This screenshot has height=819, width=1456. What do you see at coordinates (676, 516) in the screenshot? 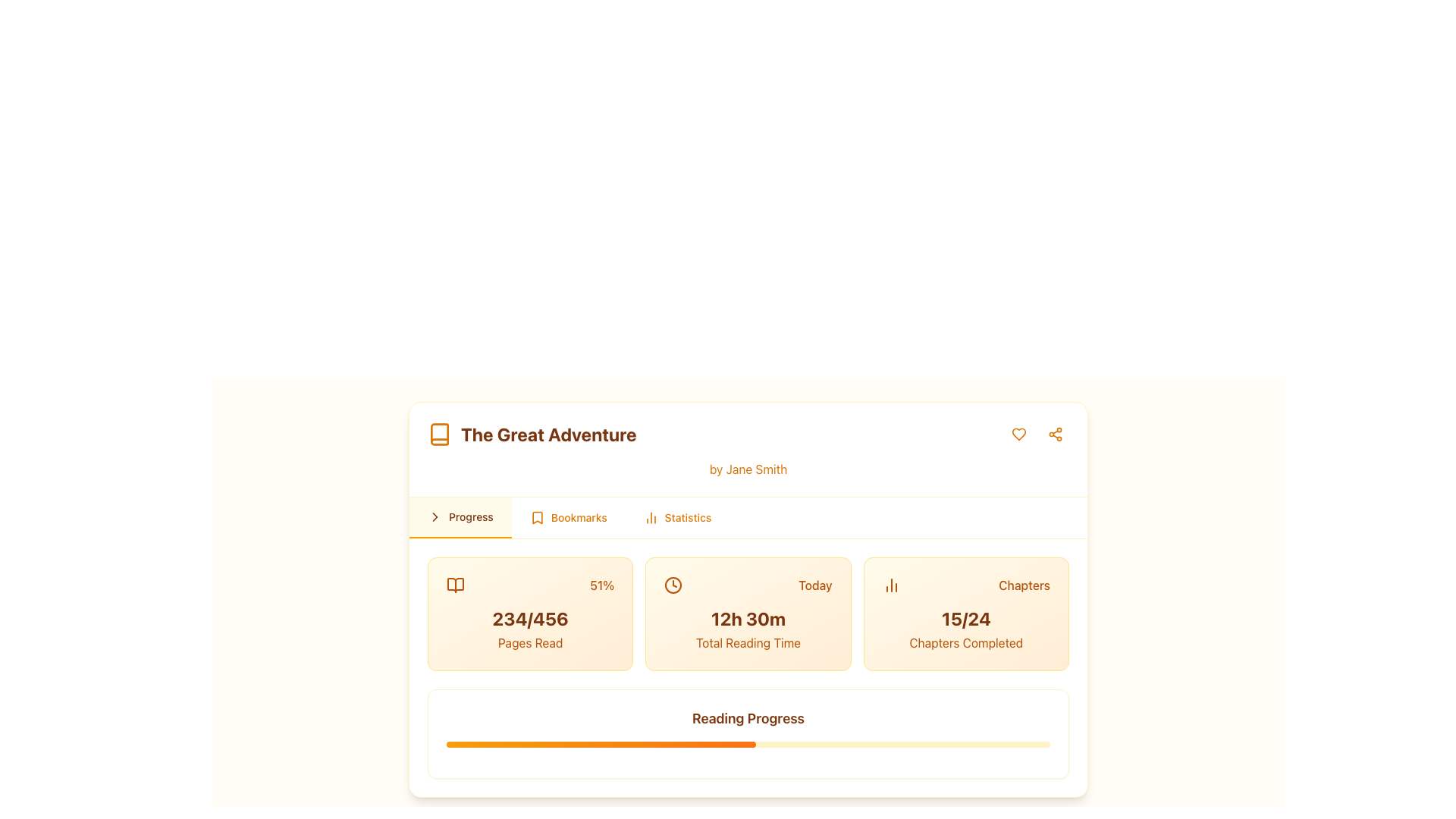
I see `the 'Statistics' button, which has orange text and a bar chart icon` at bounding box center [676, 516].